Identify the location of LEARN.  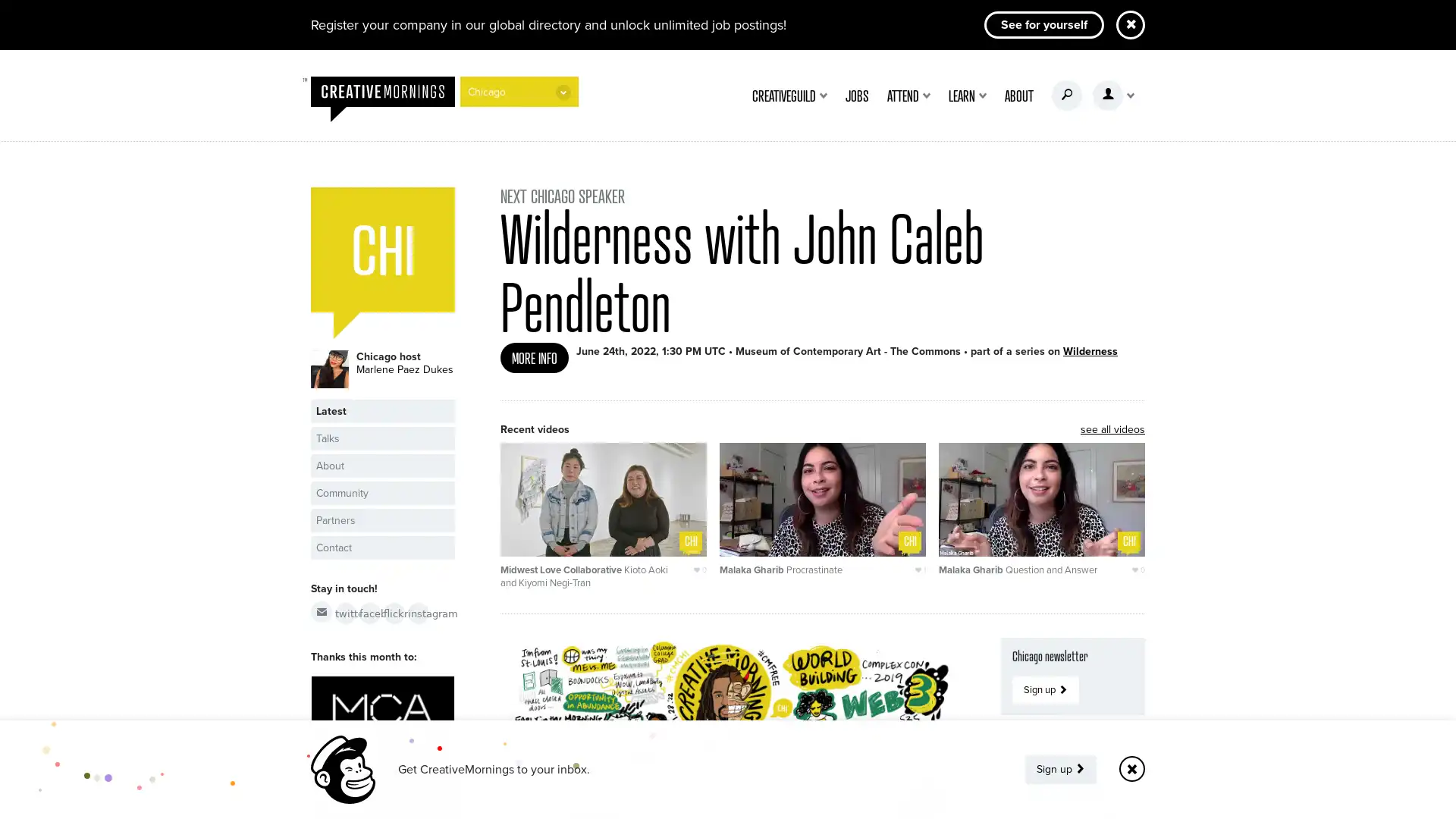
(967, 96).